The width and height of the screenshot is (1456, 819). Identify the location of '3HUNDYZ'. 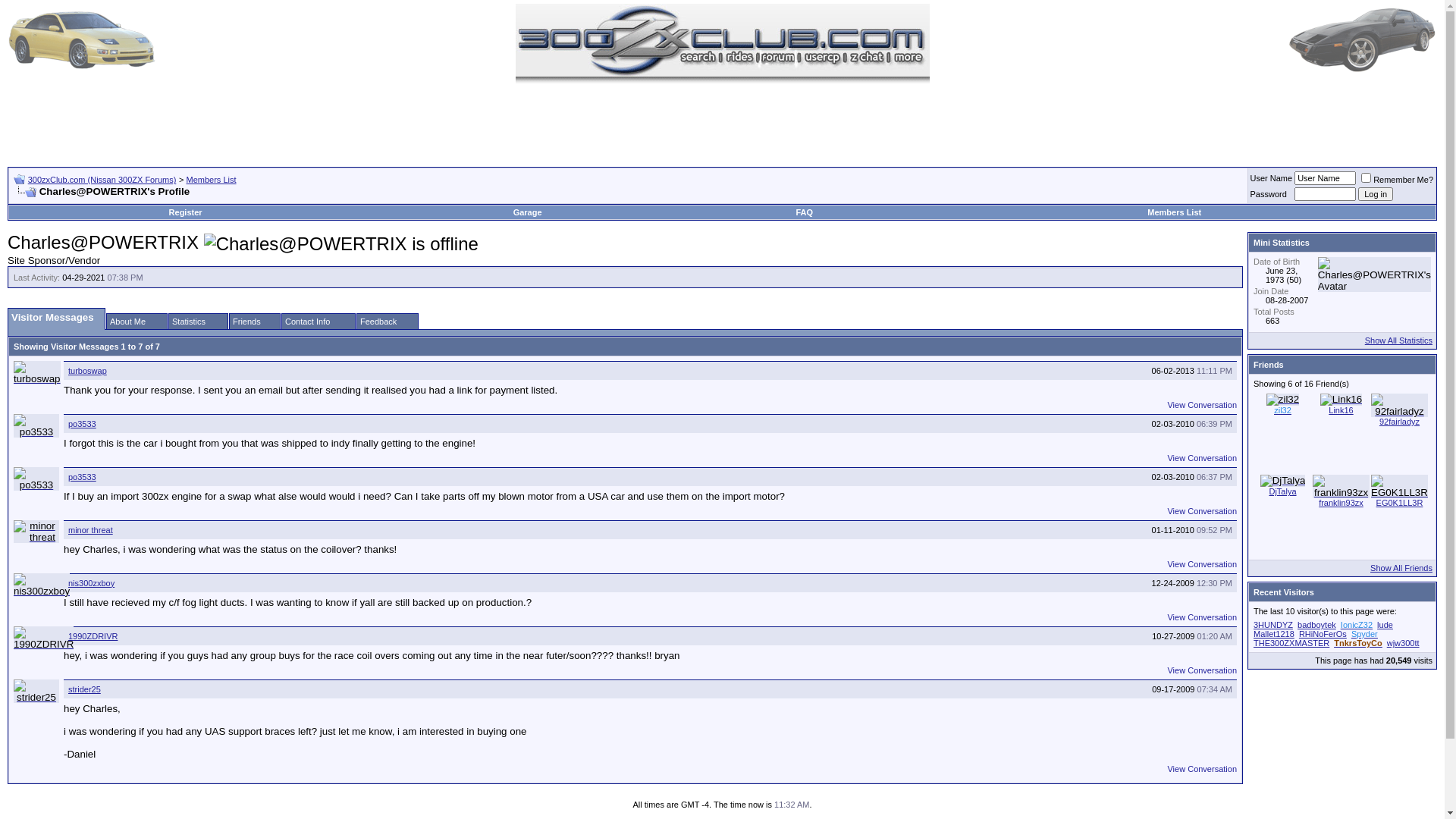
(1273, 625).